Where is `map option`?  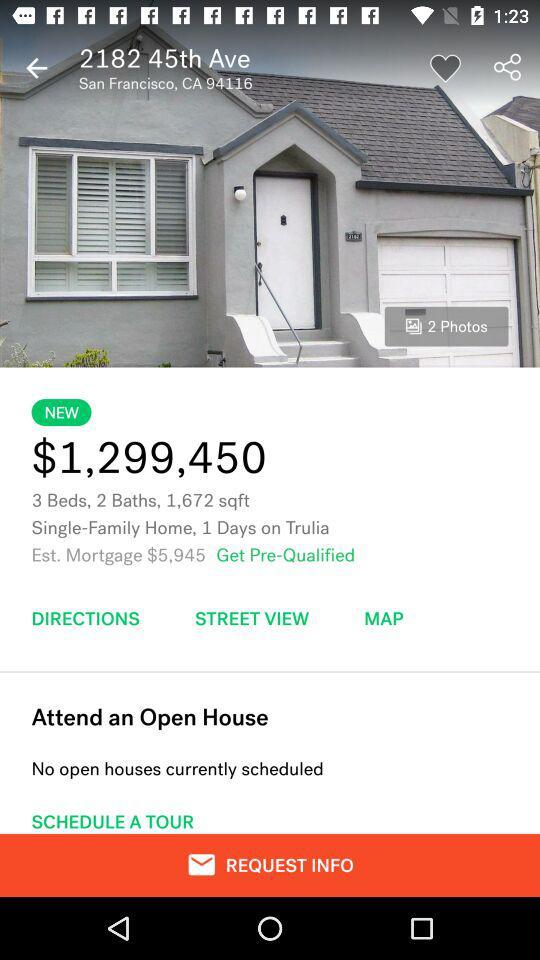 map option is located at coordinates (383, 617).